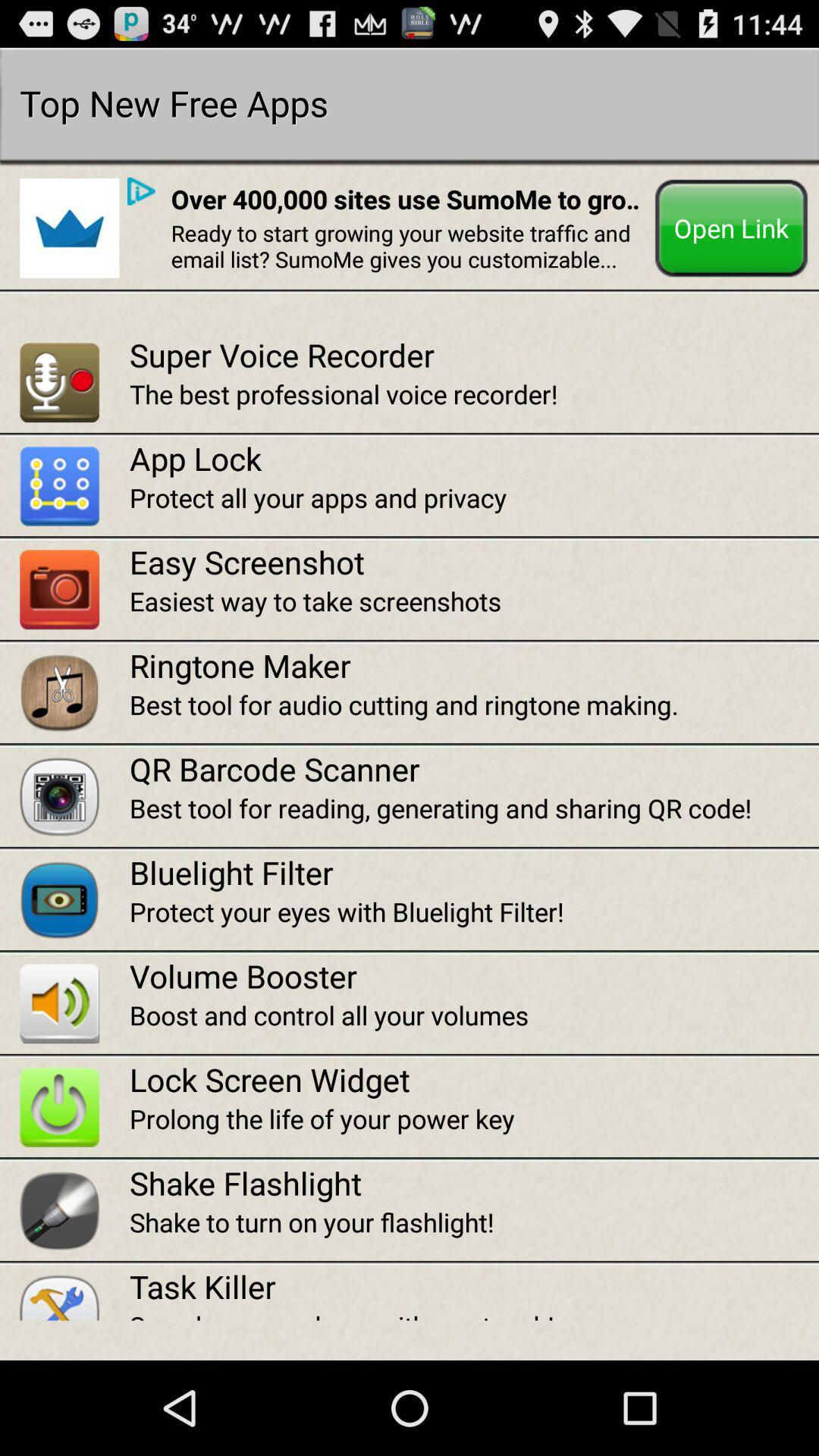 This screenshot has width=819, height=1456. What do you see at coordinates (473, 1078) in the screenshot?
I see `the lock screen widget` at bounding box center [473, 1078].